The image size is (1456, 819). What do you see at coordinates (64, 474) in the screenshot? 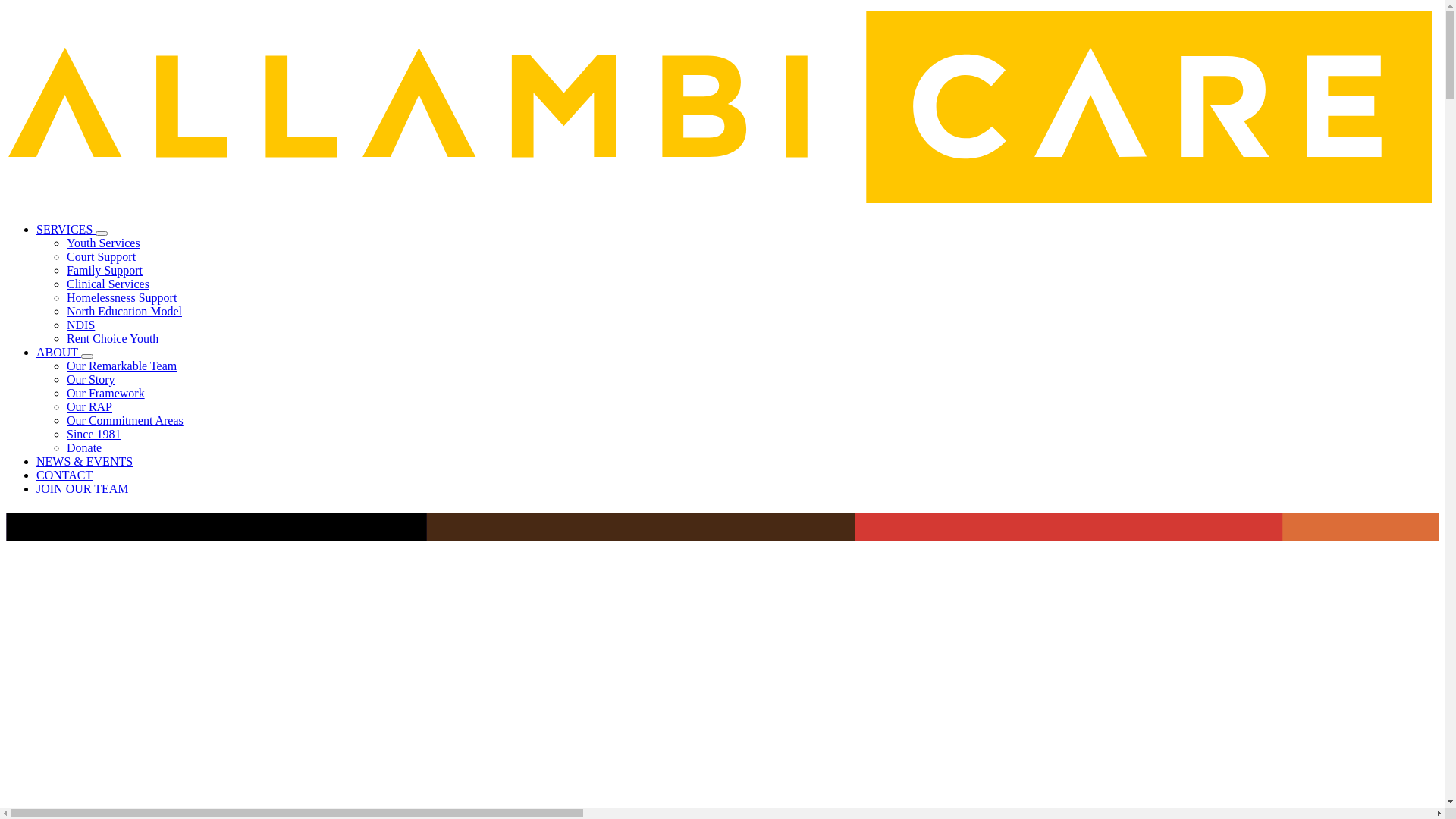
I see `'CONTACT'` at bounding box center [64, 474].